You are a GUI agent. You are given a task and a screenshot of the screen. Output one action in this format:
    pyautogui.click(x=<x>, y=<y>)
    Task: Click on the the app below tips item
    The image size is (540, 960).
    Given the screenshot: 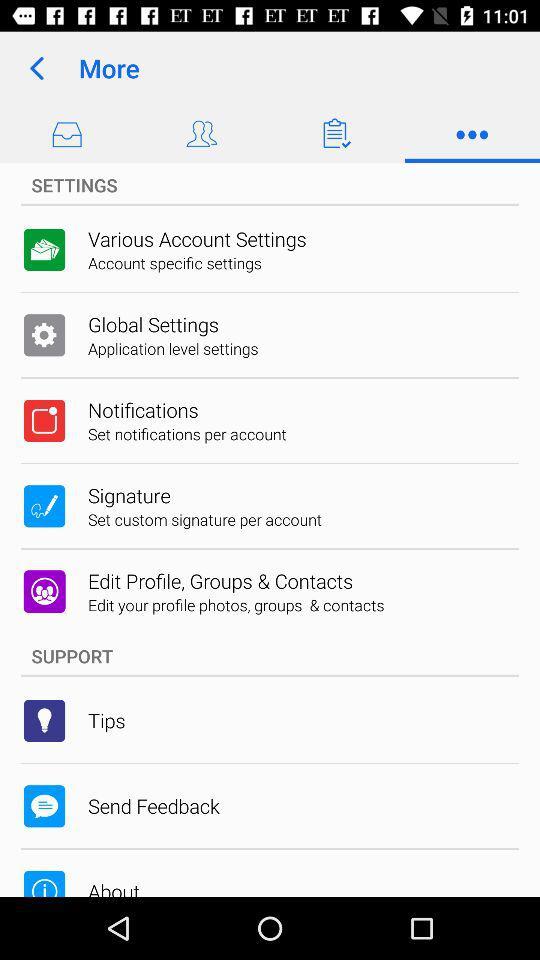 What is the action you would take?
    pyautogui.click(x=152, y=806)
    